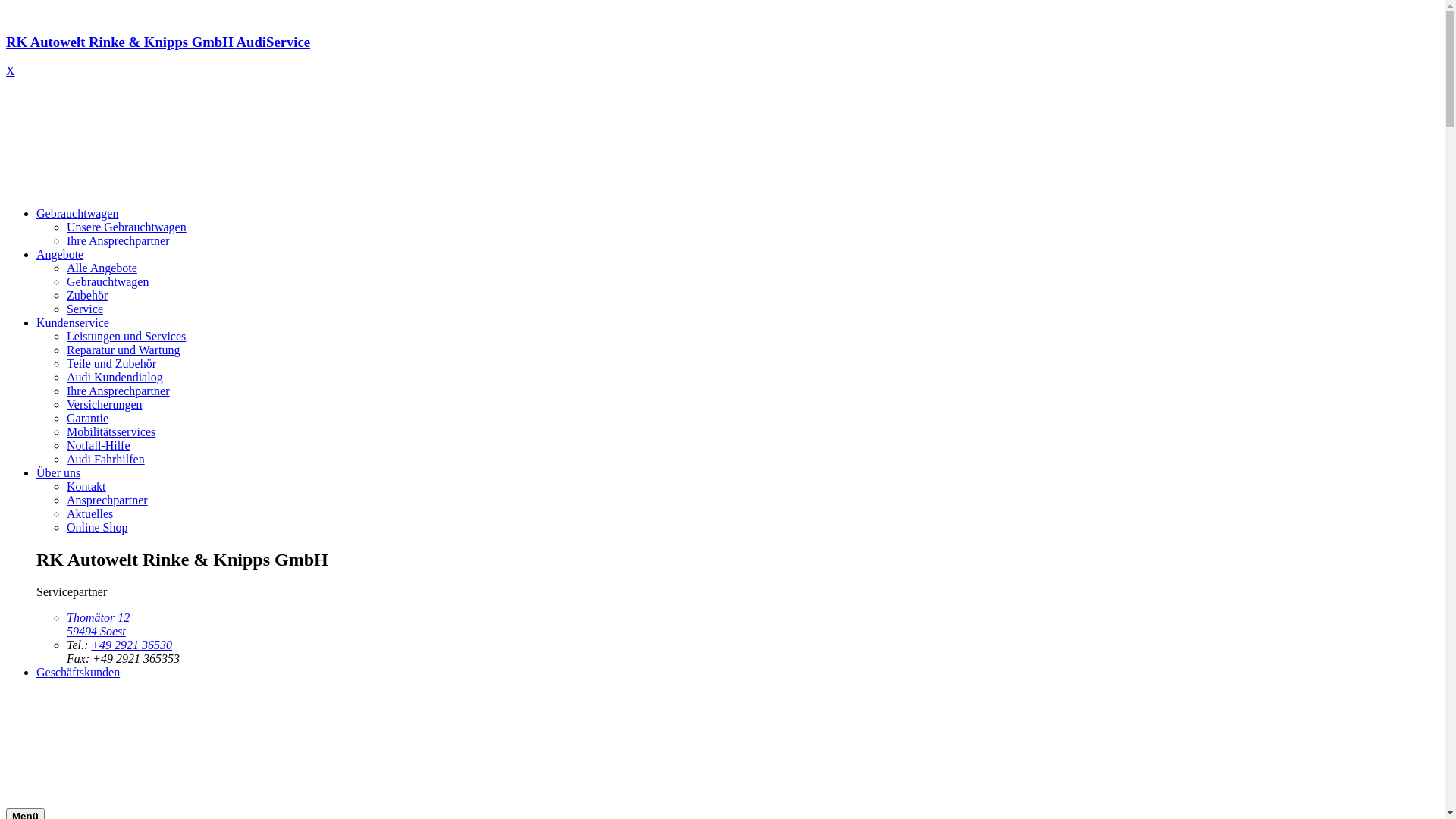 This screenshot has width=1456, height=819. I want to click on 'Aktuelles', so click(89, 513).